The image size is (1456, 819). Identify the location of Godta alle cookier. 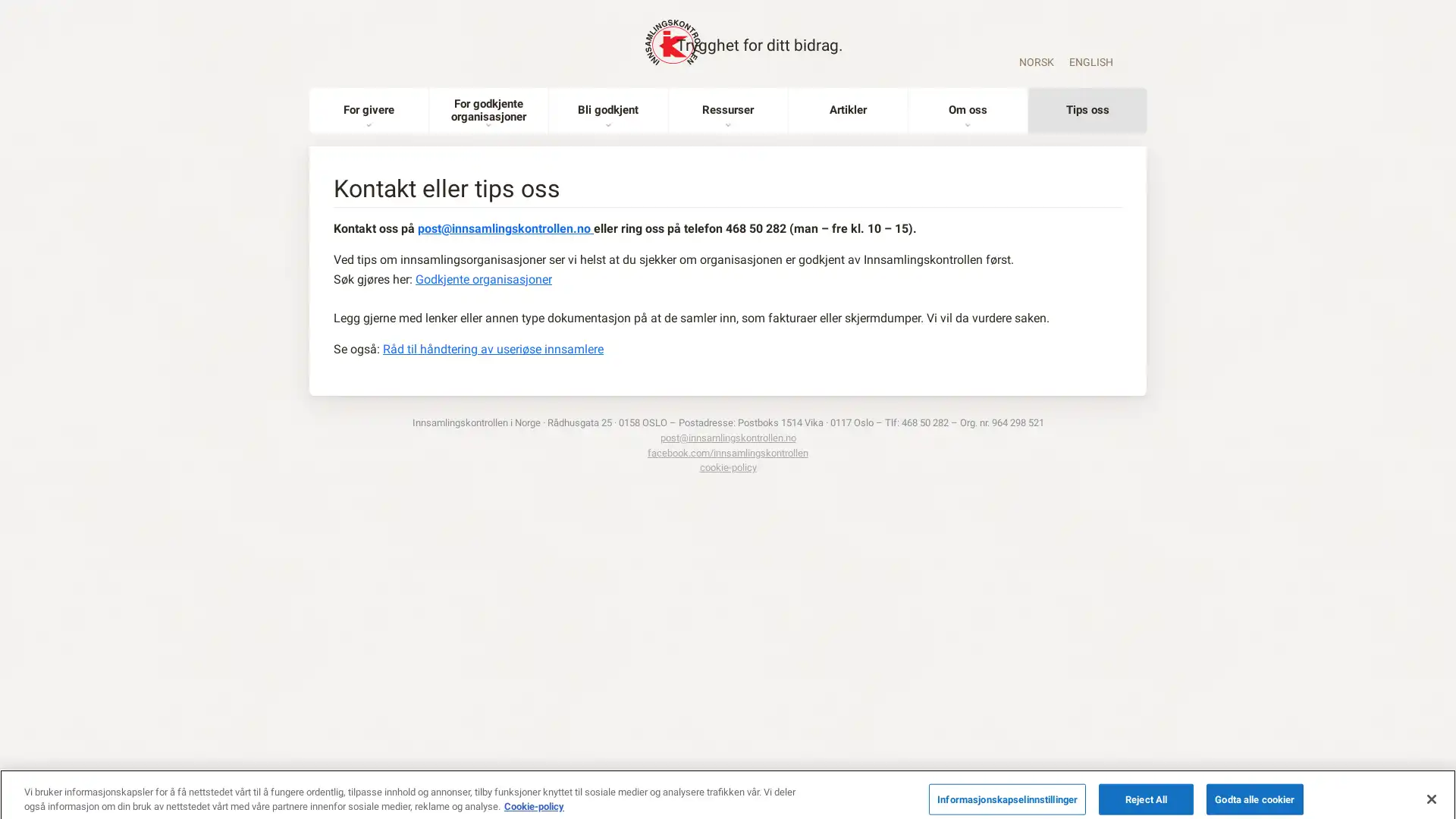
(1254, 786).